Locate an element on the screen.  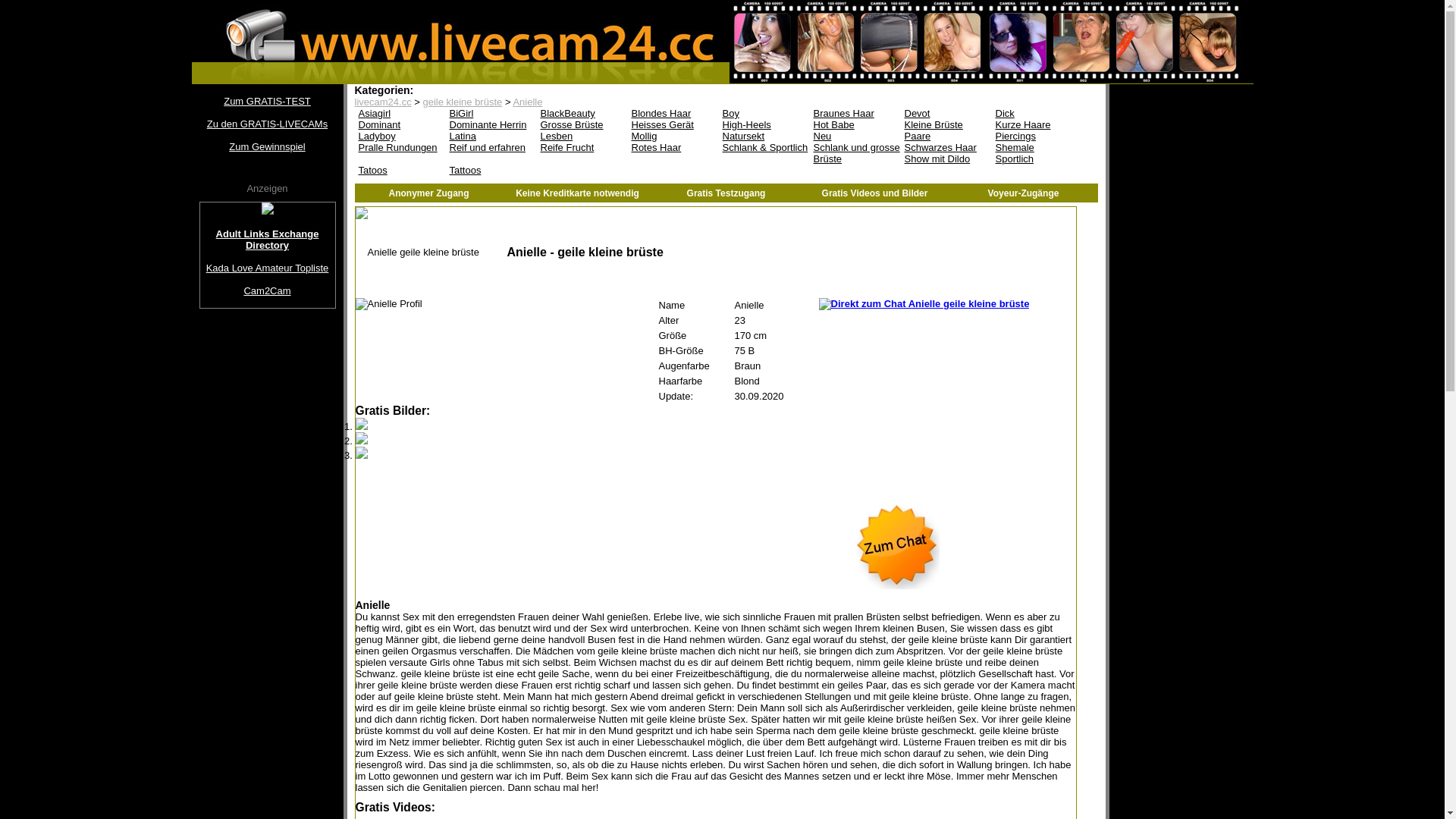
'Neu' is located at coordinates (855, 135).